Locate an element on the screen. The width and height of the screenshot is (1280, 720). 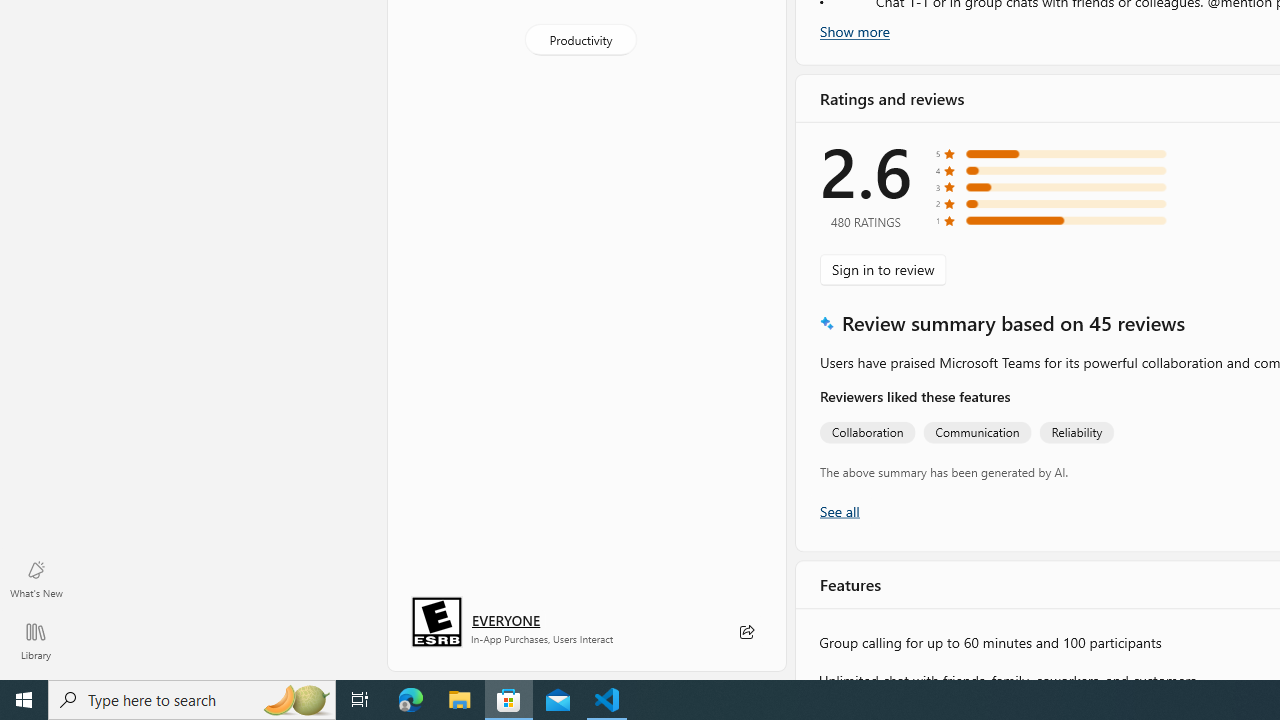
'Sign in to review' is located at coordinates (882, 268).